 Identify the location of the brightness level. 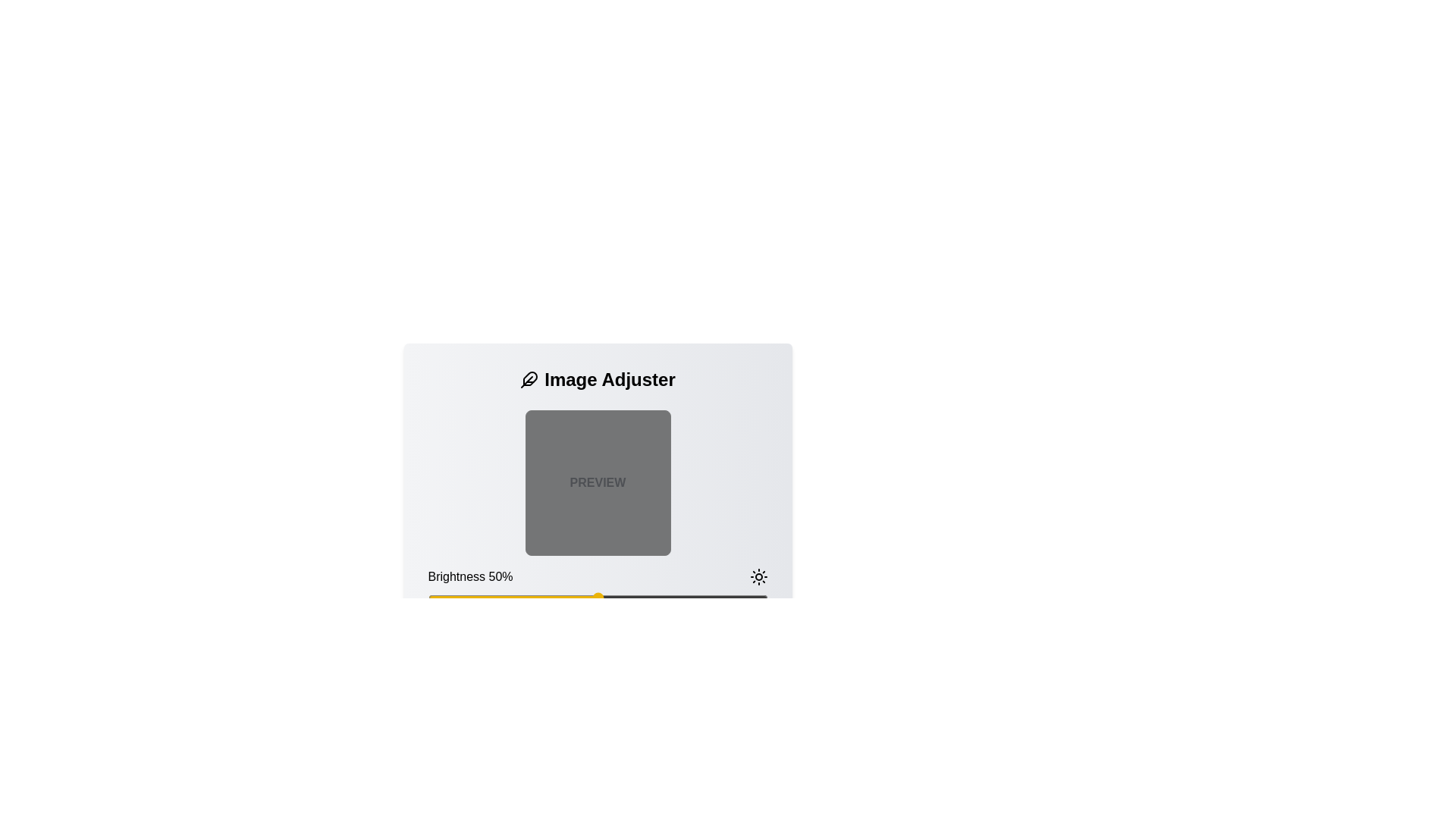
(757, 598).